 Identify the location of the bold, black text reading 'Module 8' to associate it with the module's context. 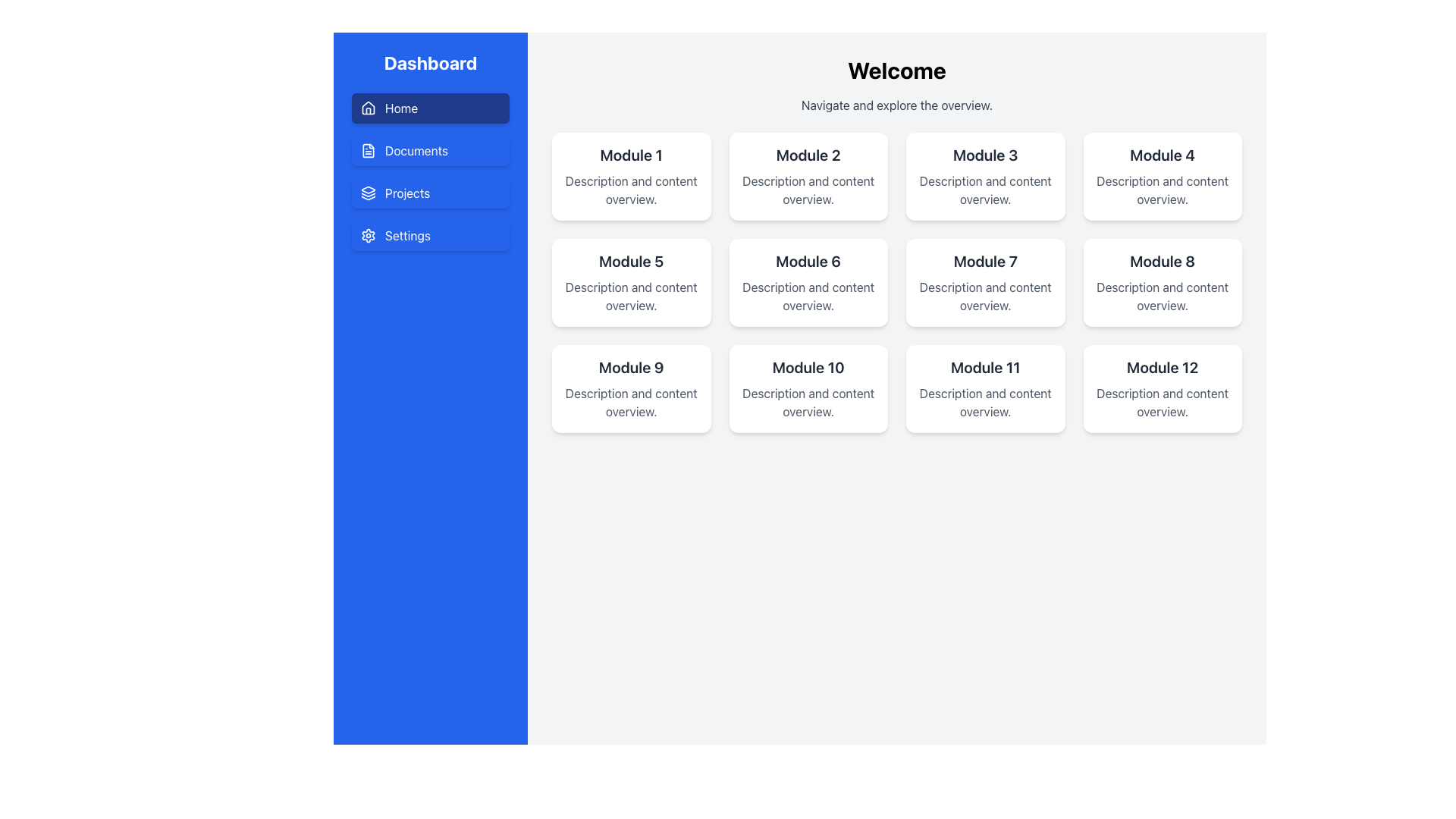
(1162, 260).